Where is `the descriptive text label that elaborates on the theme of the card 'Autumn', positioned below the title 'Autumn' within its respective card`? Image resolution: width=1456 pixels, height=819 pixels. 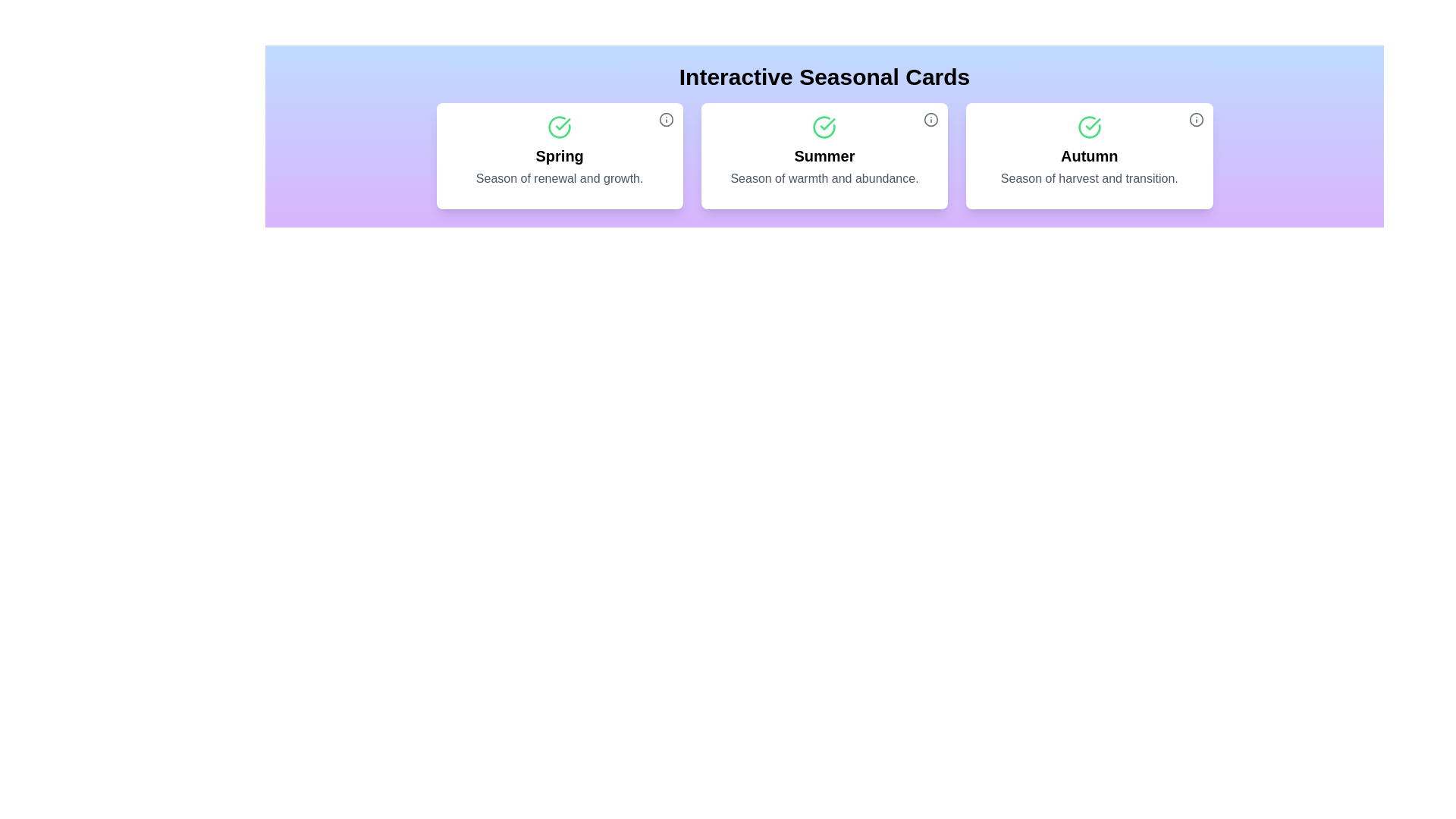
the descriptive text label that elaborates on the theme of the card 'Autumn', positioned below the title 'Autumn' within its respective card is located at coordinates (1088, 177).